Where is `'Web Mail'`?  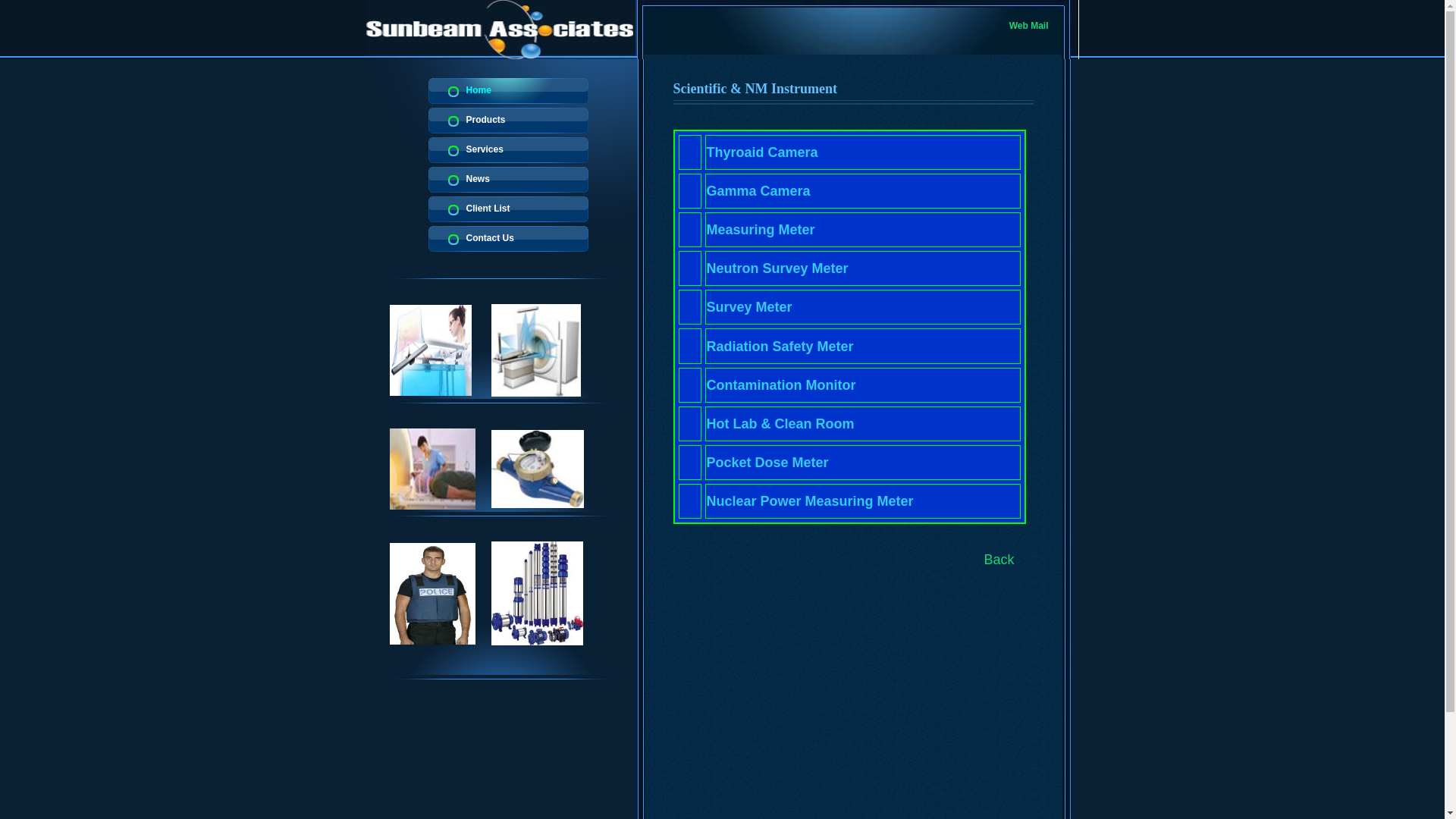
'Web Mail' is located at coordinates (1009, 26).